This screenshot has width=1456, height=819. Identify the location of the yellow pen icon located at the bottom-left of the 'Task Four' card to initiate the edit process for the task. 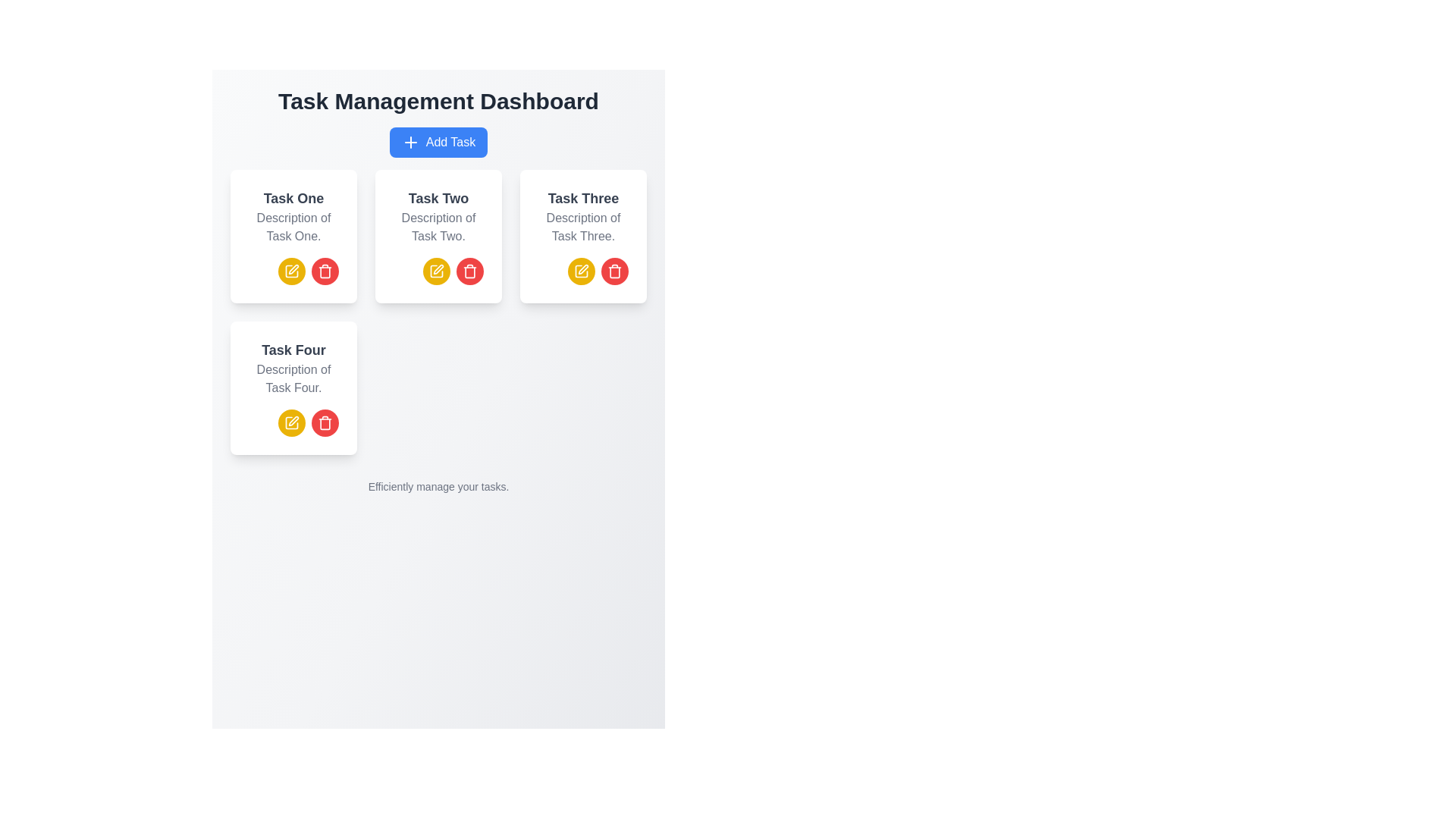
(293, 421).